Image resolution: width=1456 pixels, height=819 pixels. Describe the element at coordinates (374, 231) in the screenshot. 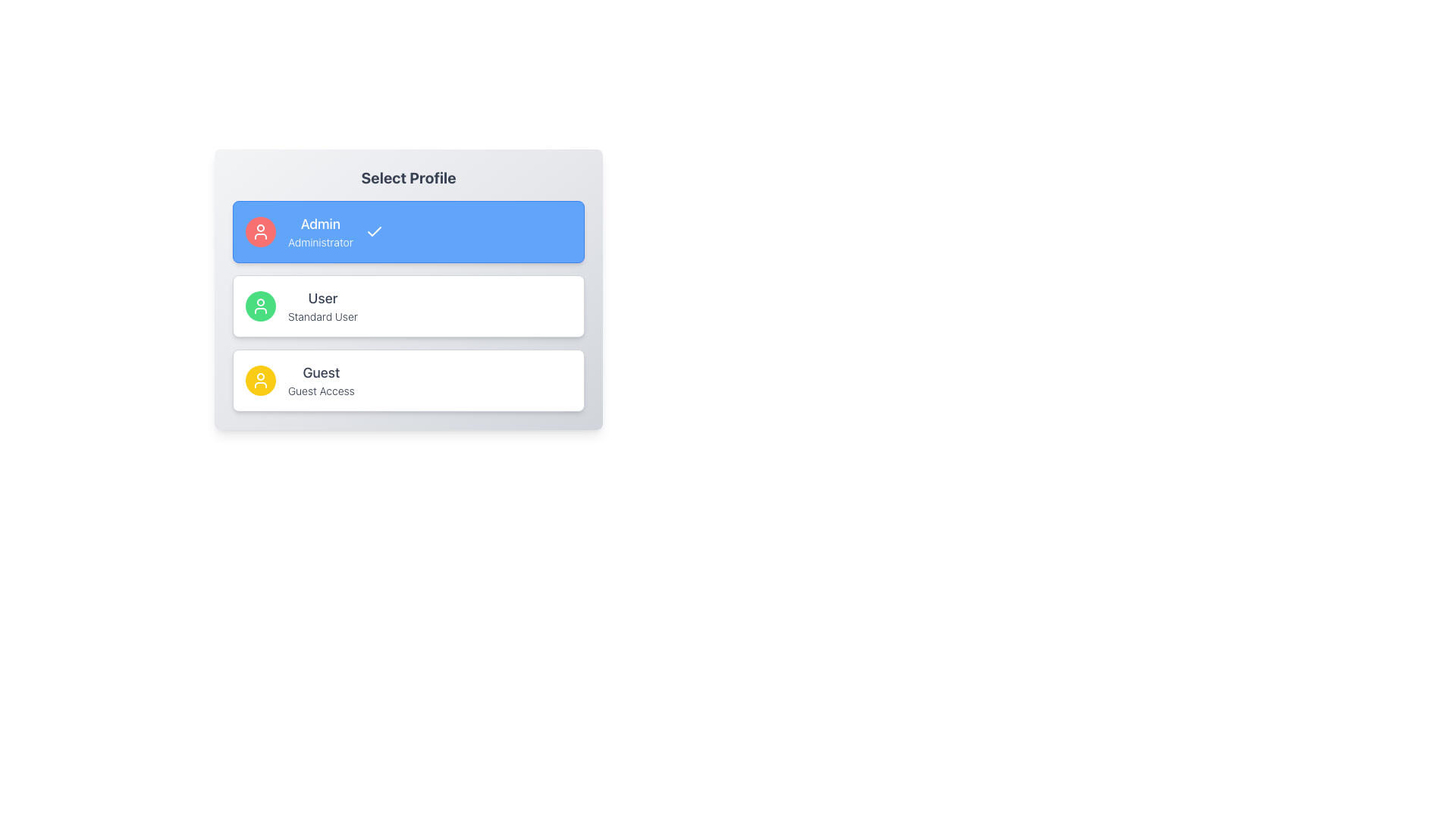

I see `the checkmark icon located within the selection representing the 'Admin' profile, which is positioned towards the right side of the blue background of the 'Admin' option` at that location.